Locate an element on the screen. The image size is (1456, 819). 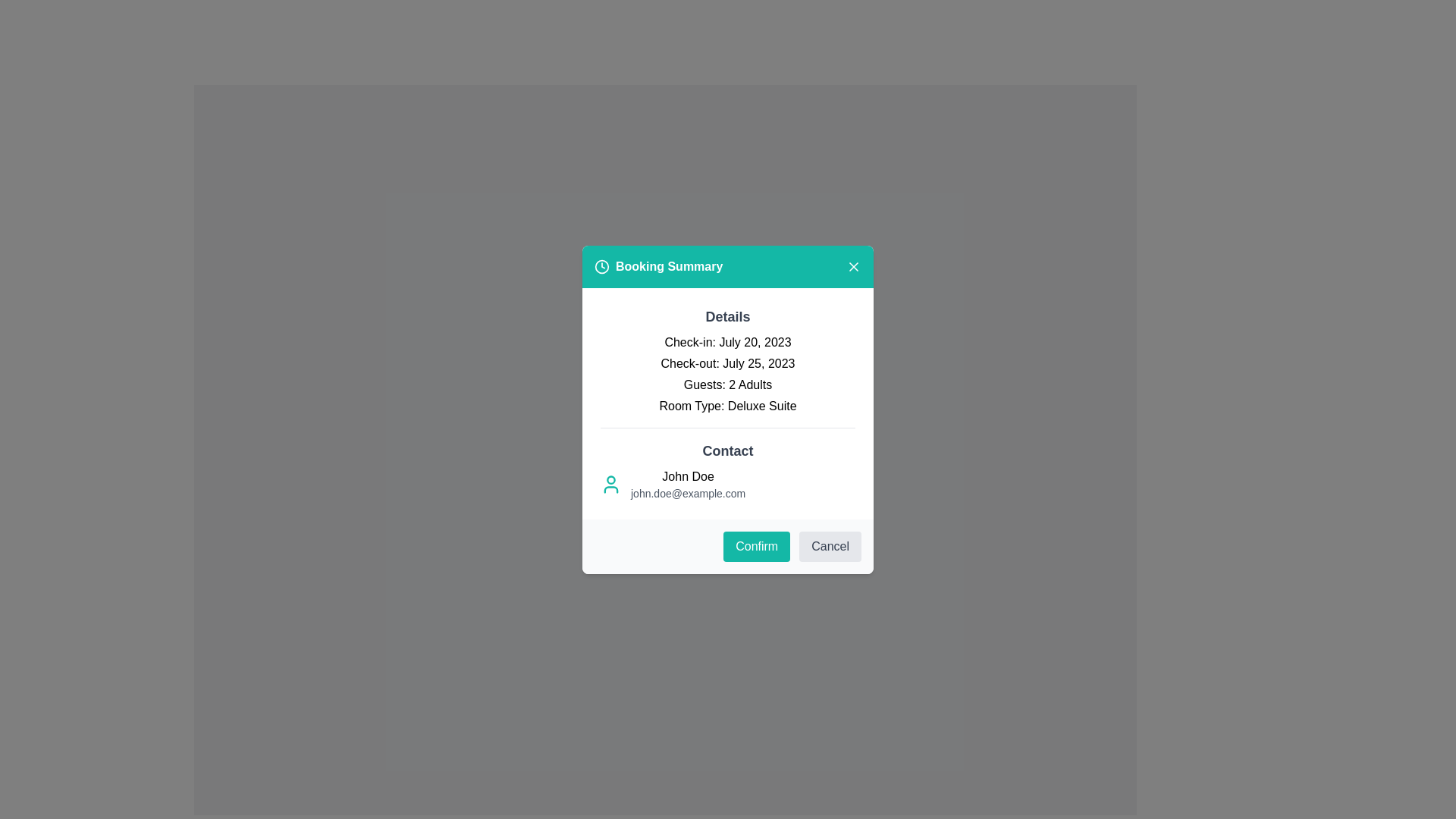
the clock icon located to the left of the 'Booking Summary' heading in the window's header is located at coordinates (601, 265).